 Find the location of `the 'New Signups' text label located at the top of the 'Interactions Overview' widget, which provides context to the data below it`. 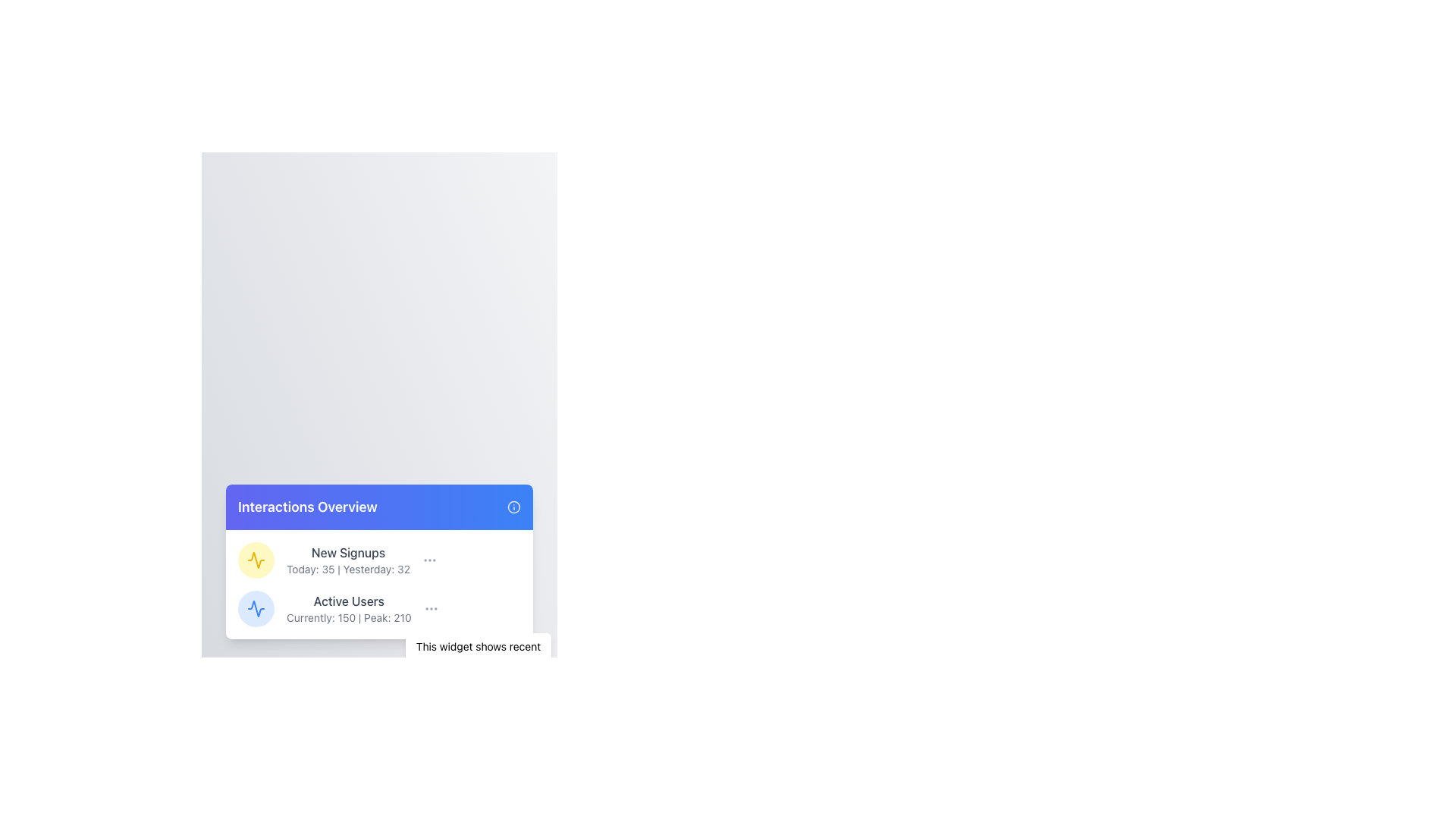

the 'New Signups' text label located at the top of the 'Interactions Overview' widget, which provides context to the data below it is located at coordinates (347, 553).